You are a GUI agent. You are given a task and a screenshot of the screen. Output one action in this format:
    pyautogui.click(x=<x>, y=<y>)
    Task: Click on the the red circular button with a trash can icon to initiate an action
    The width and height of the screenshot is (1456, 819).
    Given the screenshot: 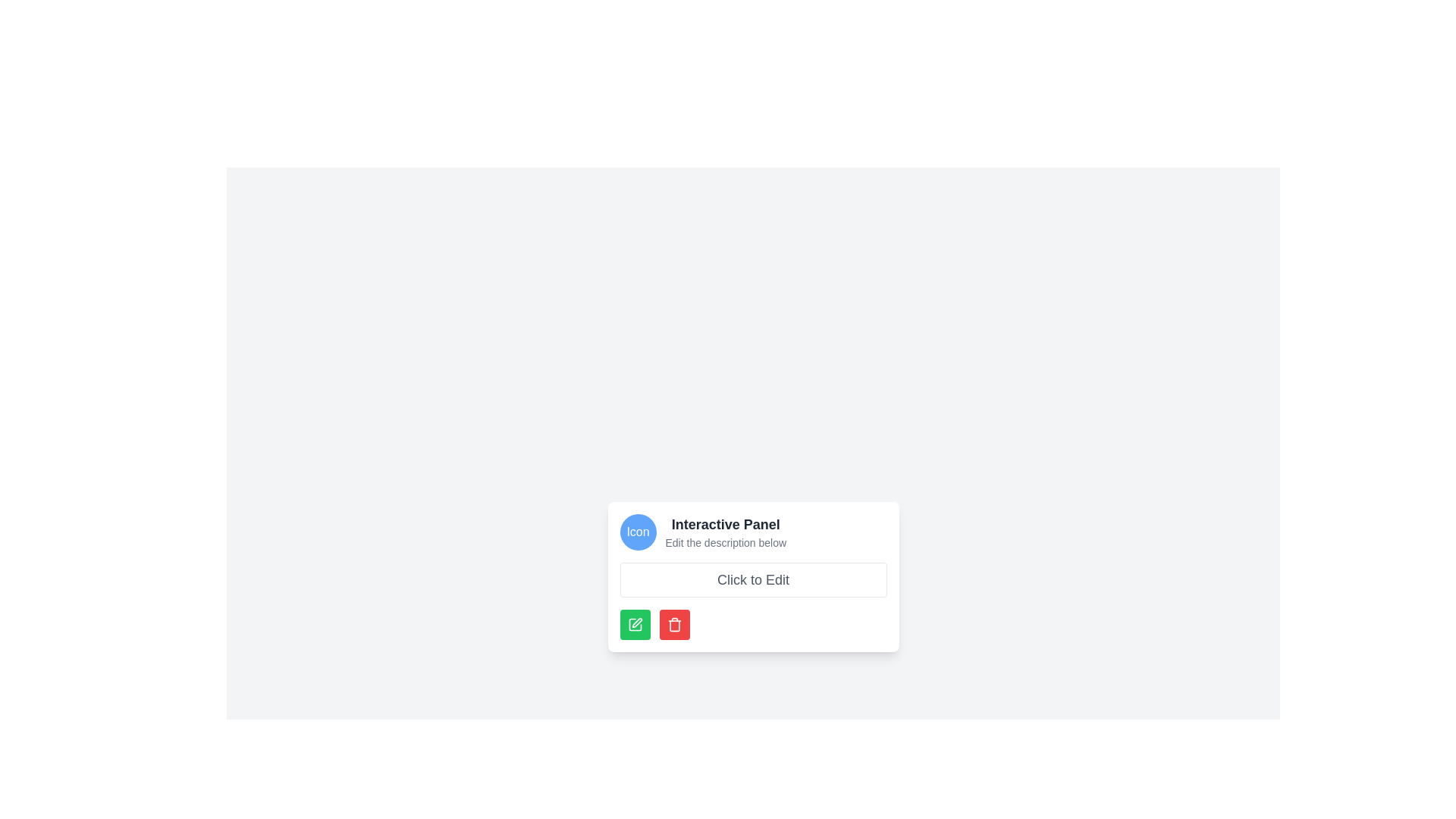 What is the action you would take?
    pyautogui.click(x=673, y=625)
    